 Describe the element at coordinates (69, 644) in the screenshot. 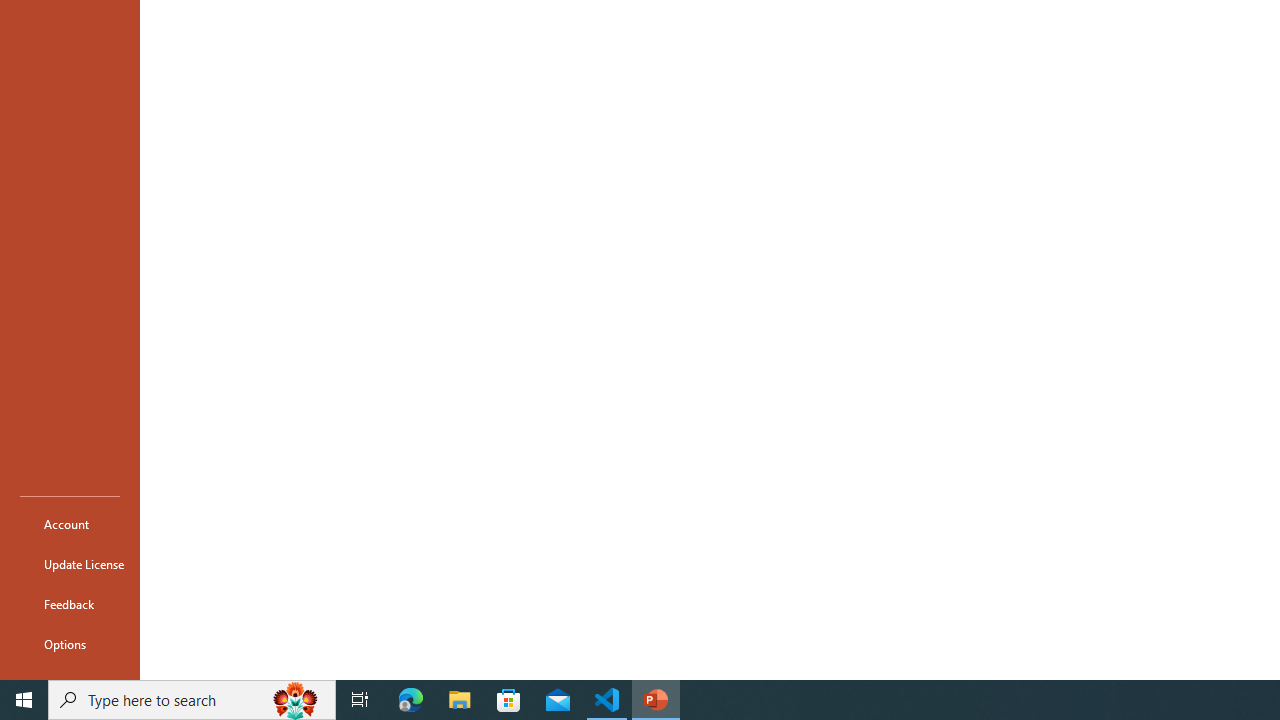

I see `'Options'` at that location.